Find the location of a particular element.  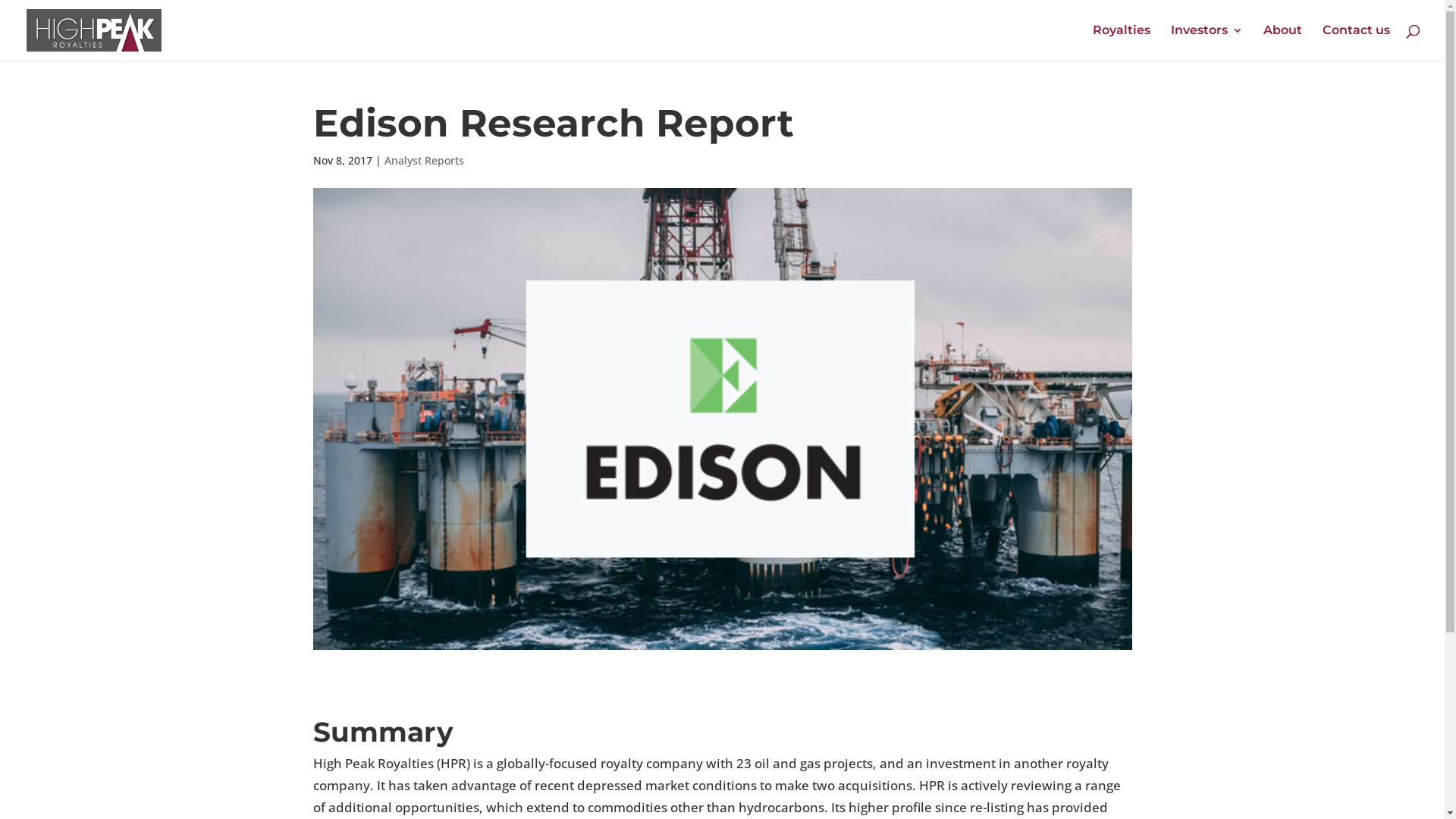

'Analyst Reports' is located at coordinates (423, 160).